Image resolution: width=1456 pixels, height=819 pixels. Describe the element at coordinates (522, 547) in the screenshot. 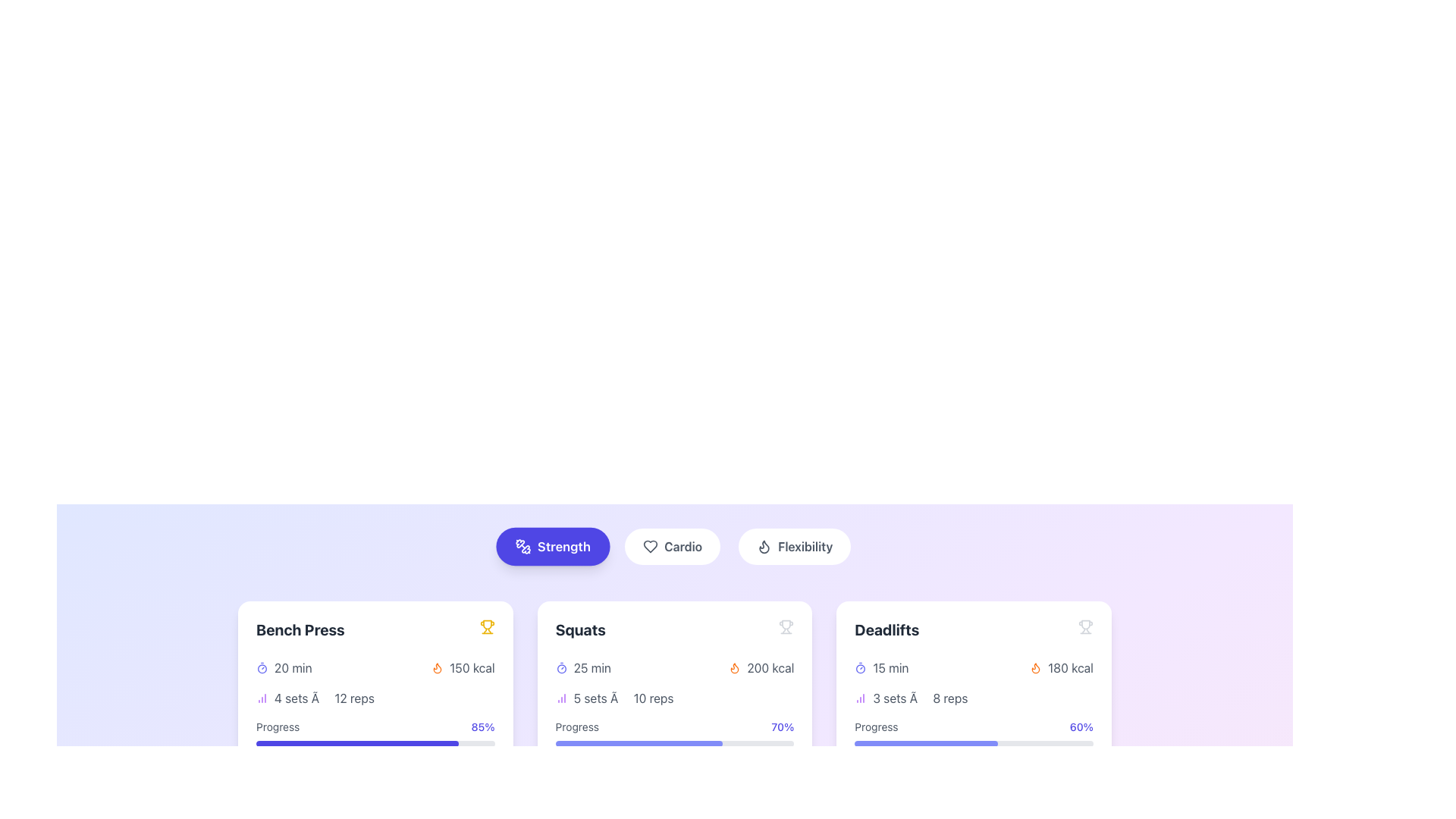

I see `the small dumbbell icon styled with a minimalist design, which is located within the purple button labeled 'Strength.'` at that location.